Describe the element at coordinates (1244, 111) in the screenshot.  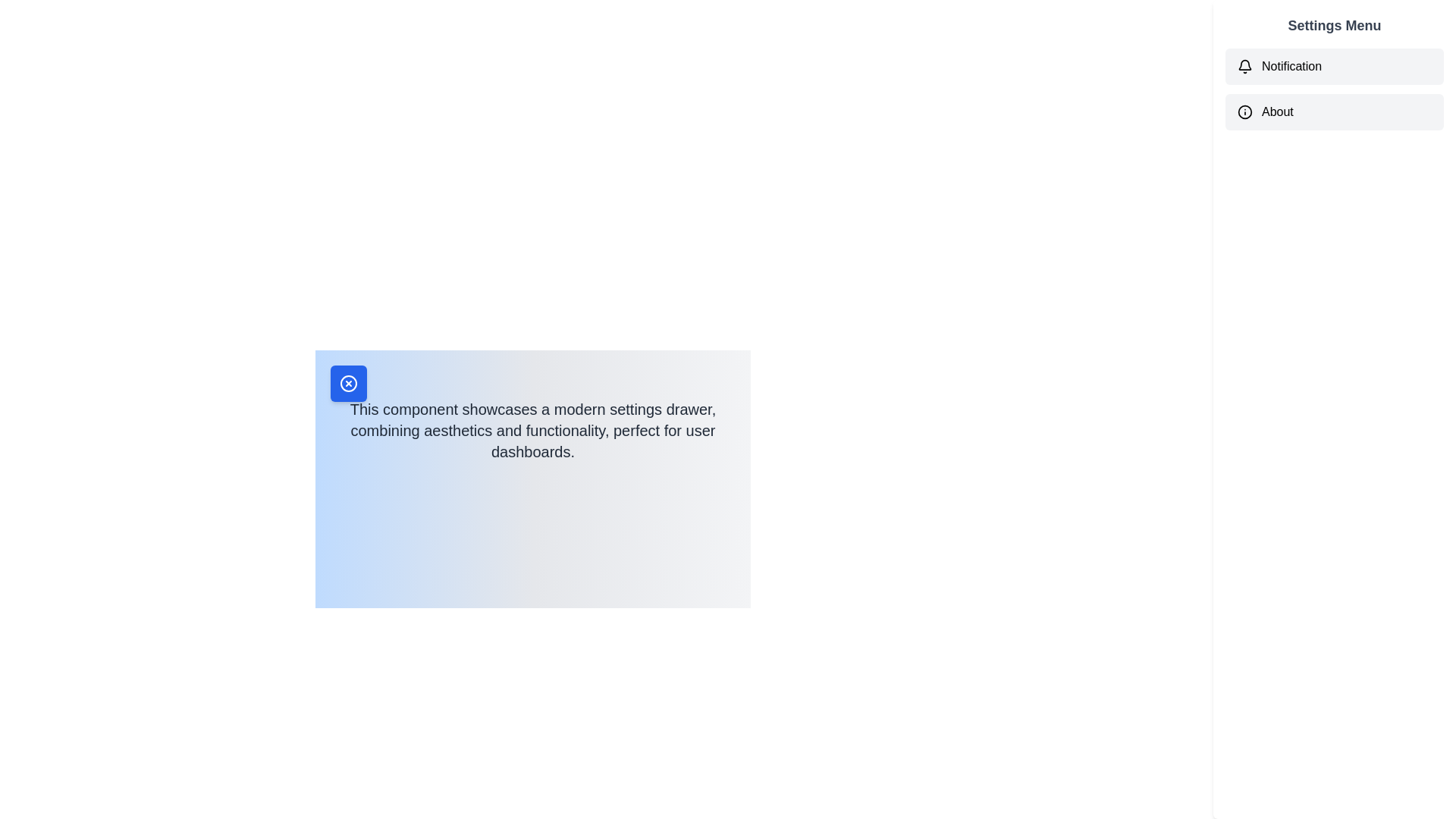
I see `the circle graphic element with a thin border located to the left of the 'About' menu item in the 'Settings Menu' section` at that location.